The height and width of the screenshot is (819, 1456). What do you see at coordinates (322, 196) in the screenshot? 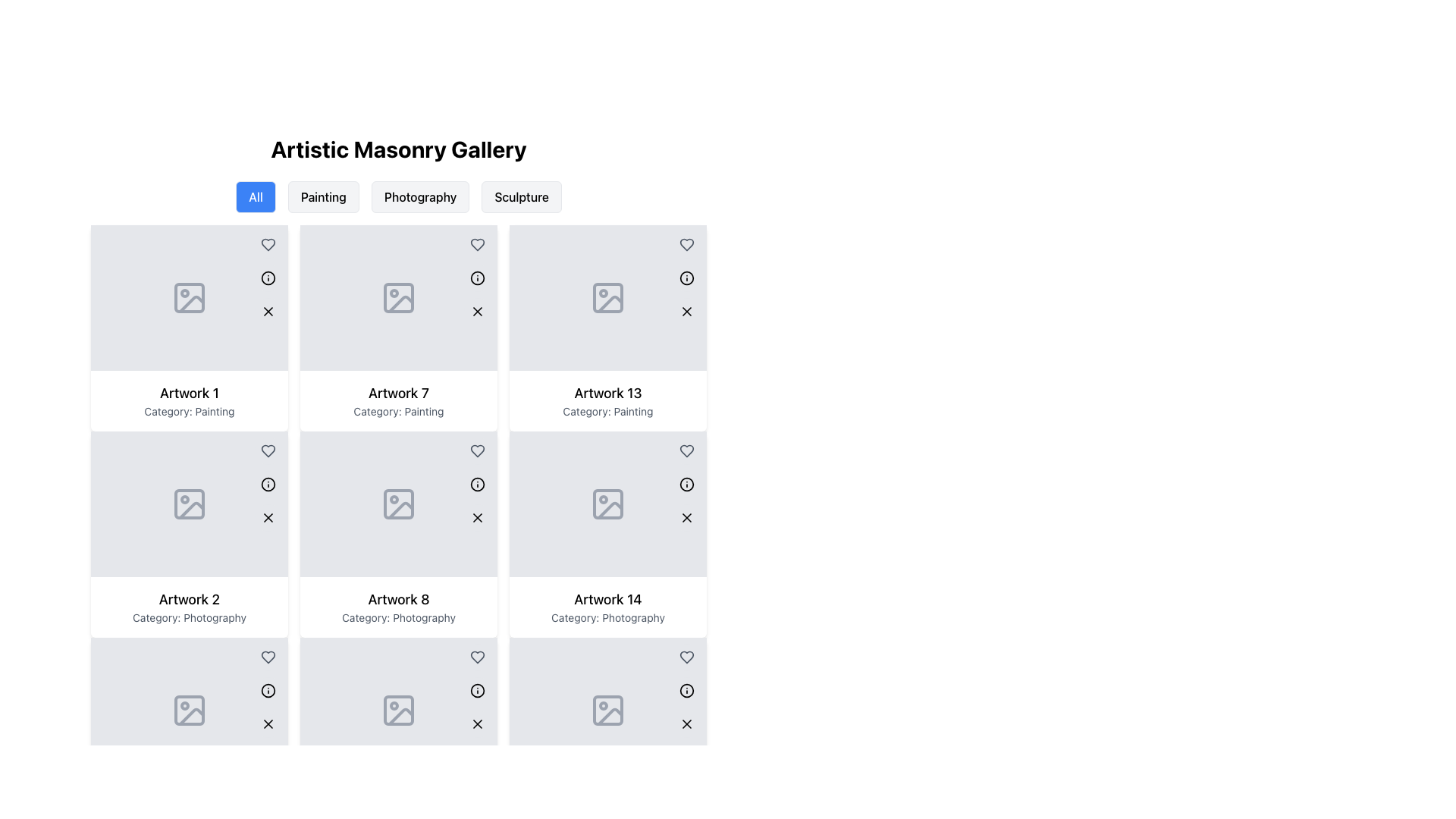
I see `the 'Painting' button, which is the second button in a row of four buttons, to filter the gallery by 'Painting'` at bounding box center [322, 196].